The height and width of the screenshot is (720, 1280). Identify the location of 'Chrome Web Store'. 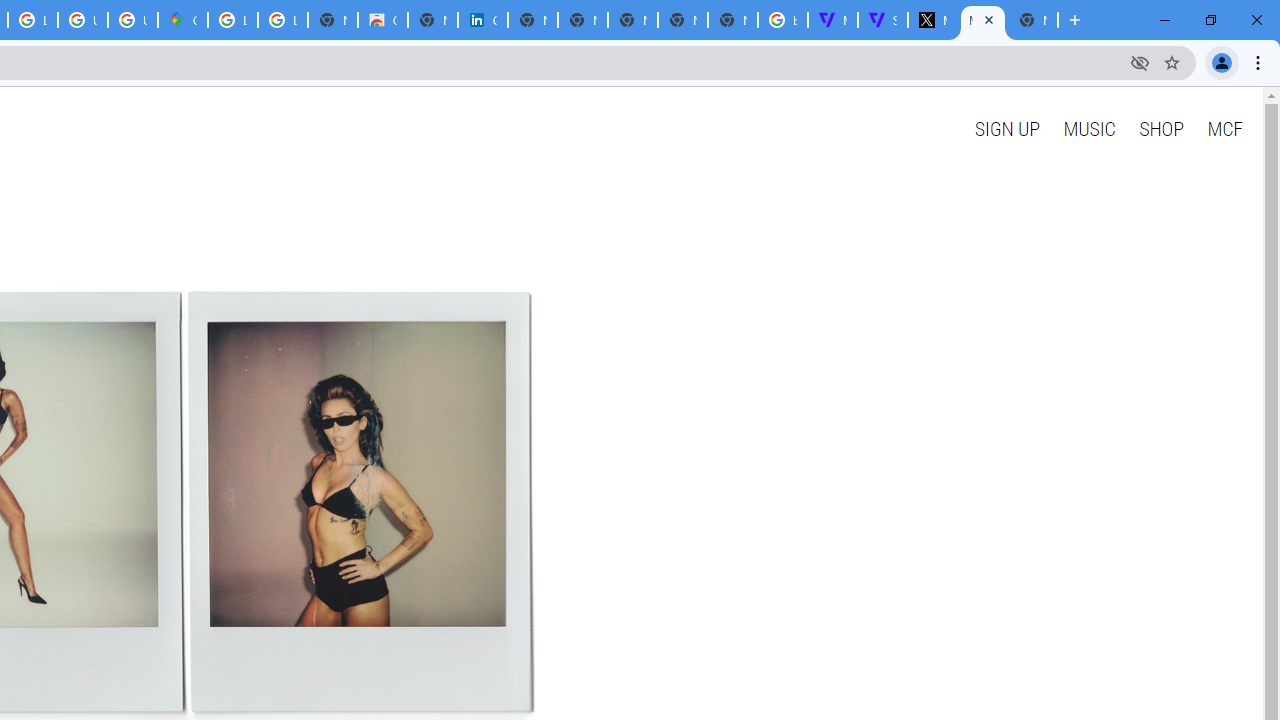
(383, 20).